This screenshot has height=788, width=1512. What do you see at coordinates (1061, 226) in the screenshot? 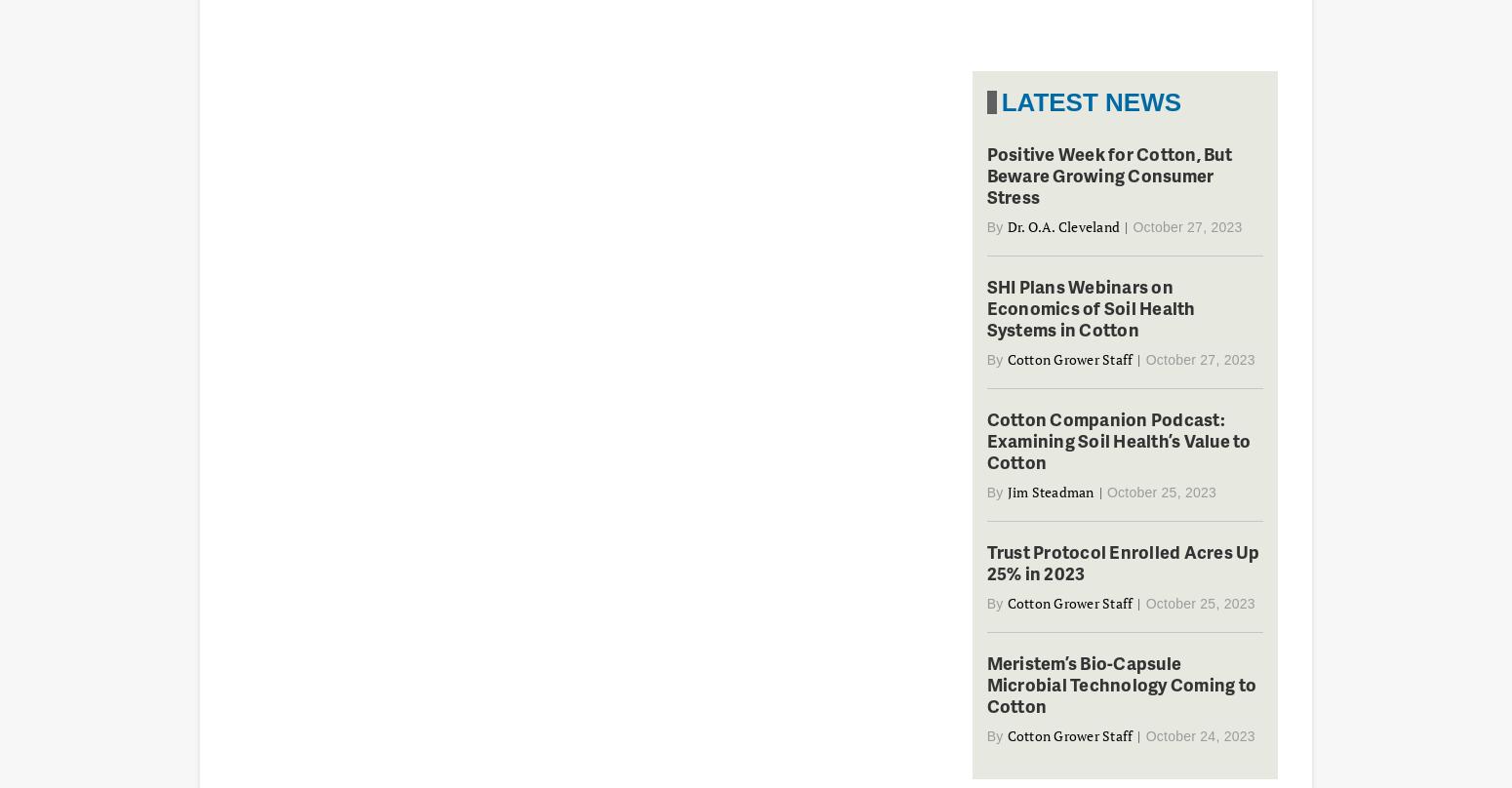
I see `'Dr. O.A. Cleveland'` at bounding box center [1061, 226].